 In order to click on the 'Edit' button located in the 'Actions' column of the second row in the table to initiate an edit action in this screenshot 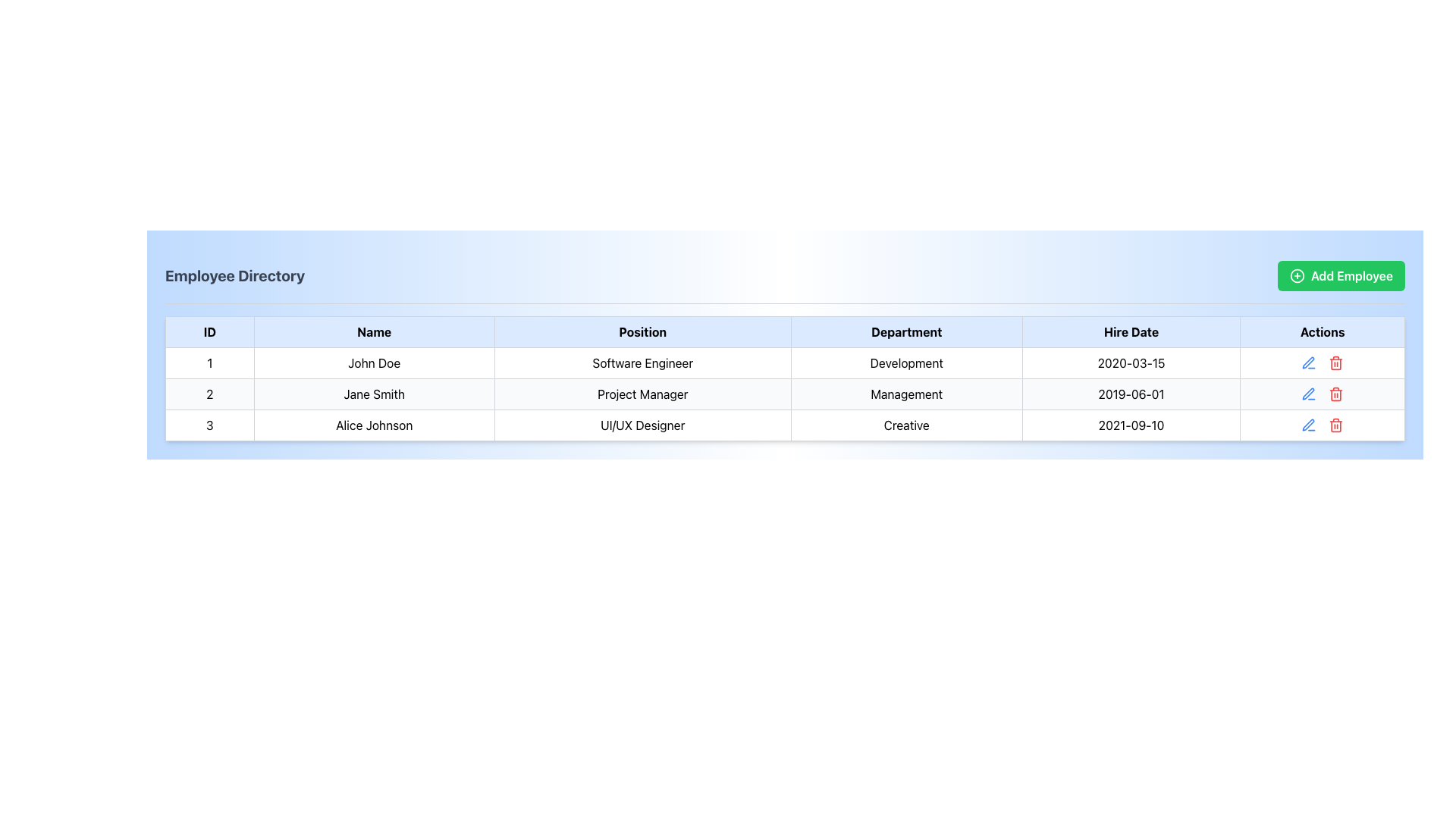, I will do `click(1308, 362)`.